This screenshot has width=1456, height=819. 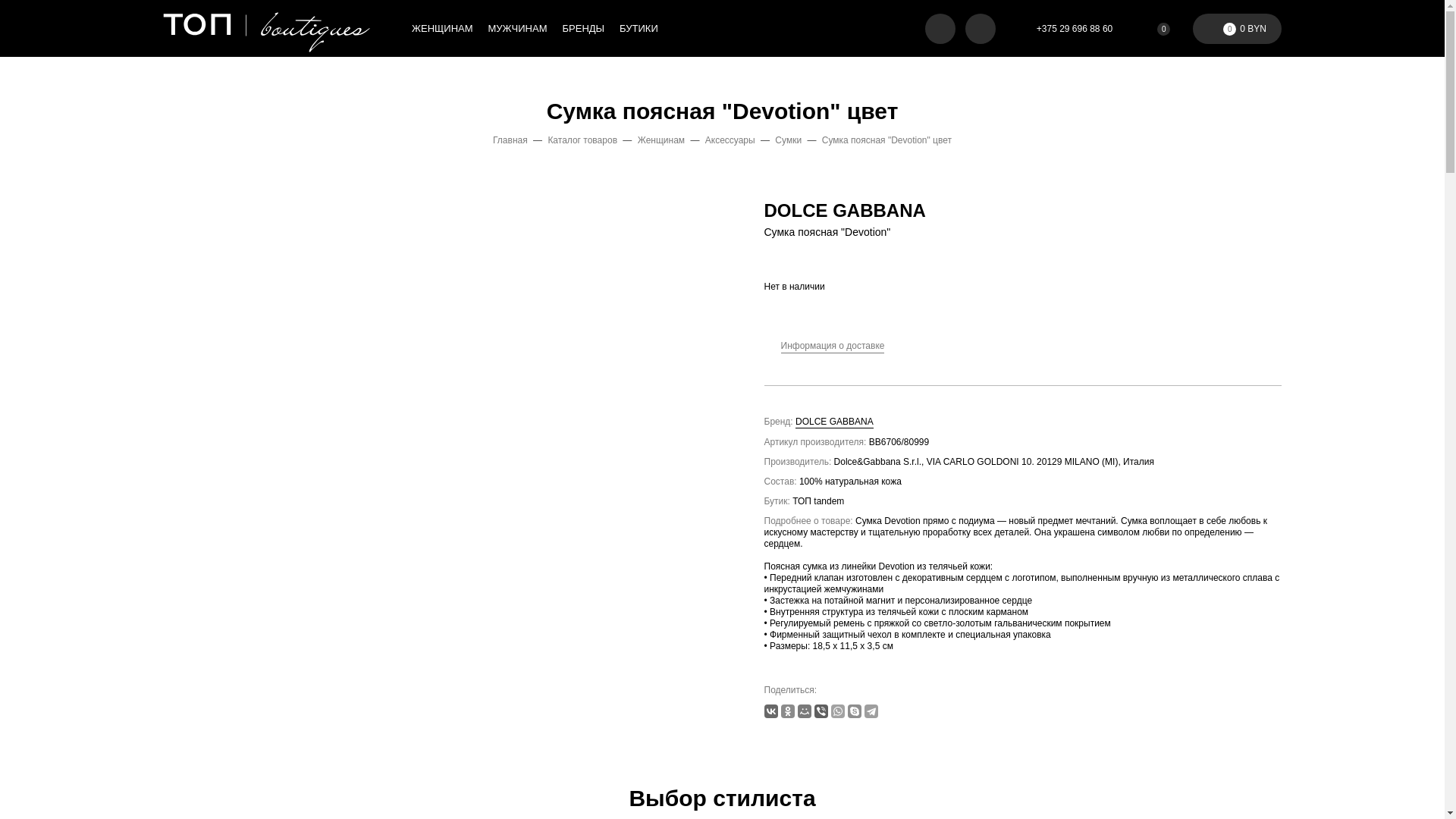 I want to click on '0', so click(x=1153, y=29).